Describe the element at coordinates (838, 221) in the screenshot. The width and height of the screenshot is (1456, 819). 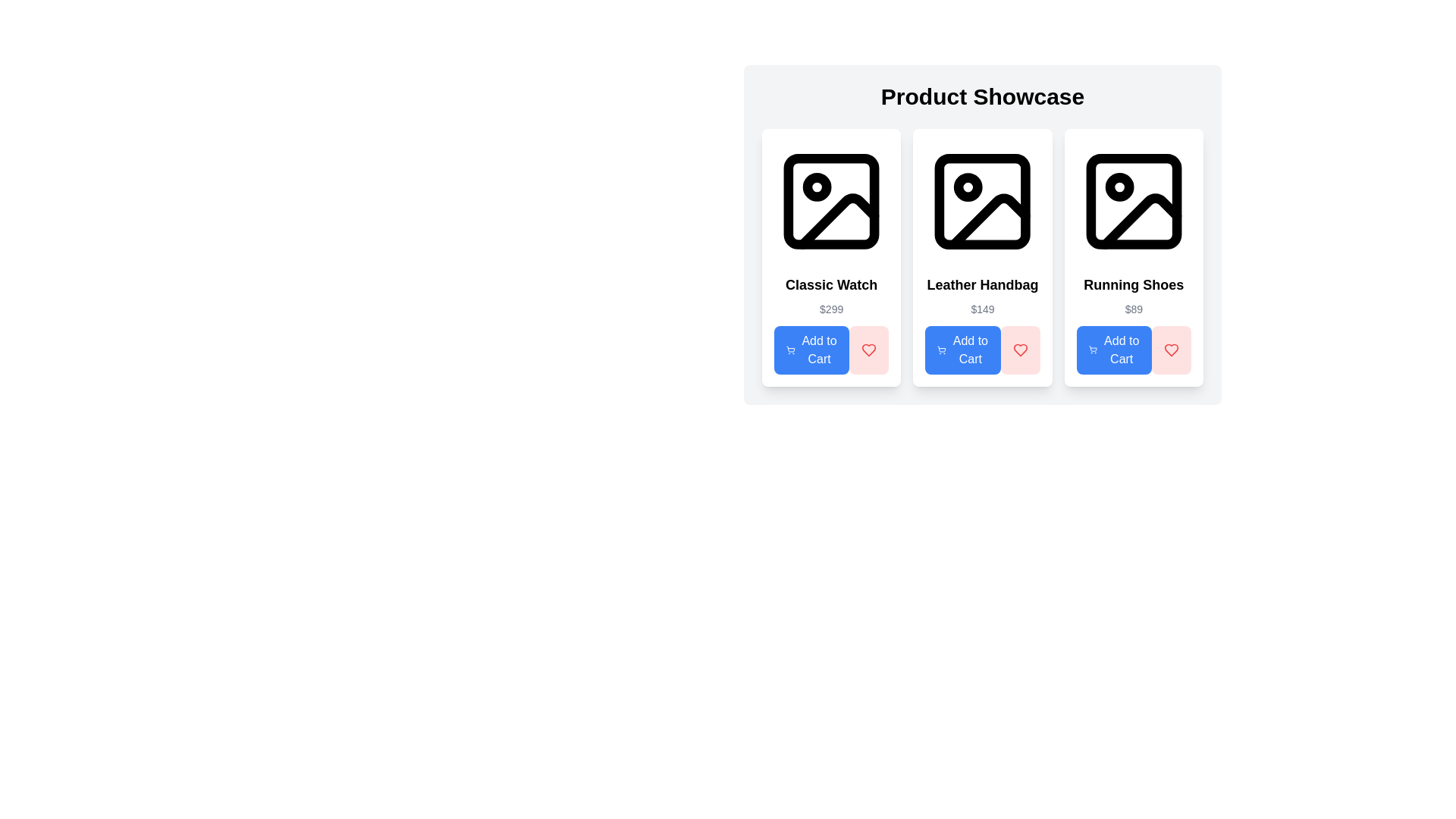
I see `the diagonal line in the bottom-right part of the 'Classic Watch' product card's image icon, which is styled with black strokes` at that location.